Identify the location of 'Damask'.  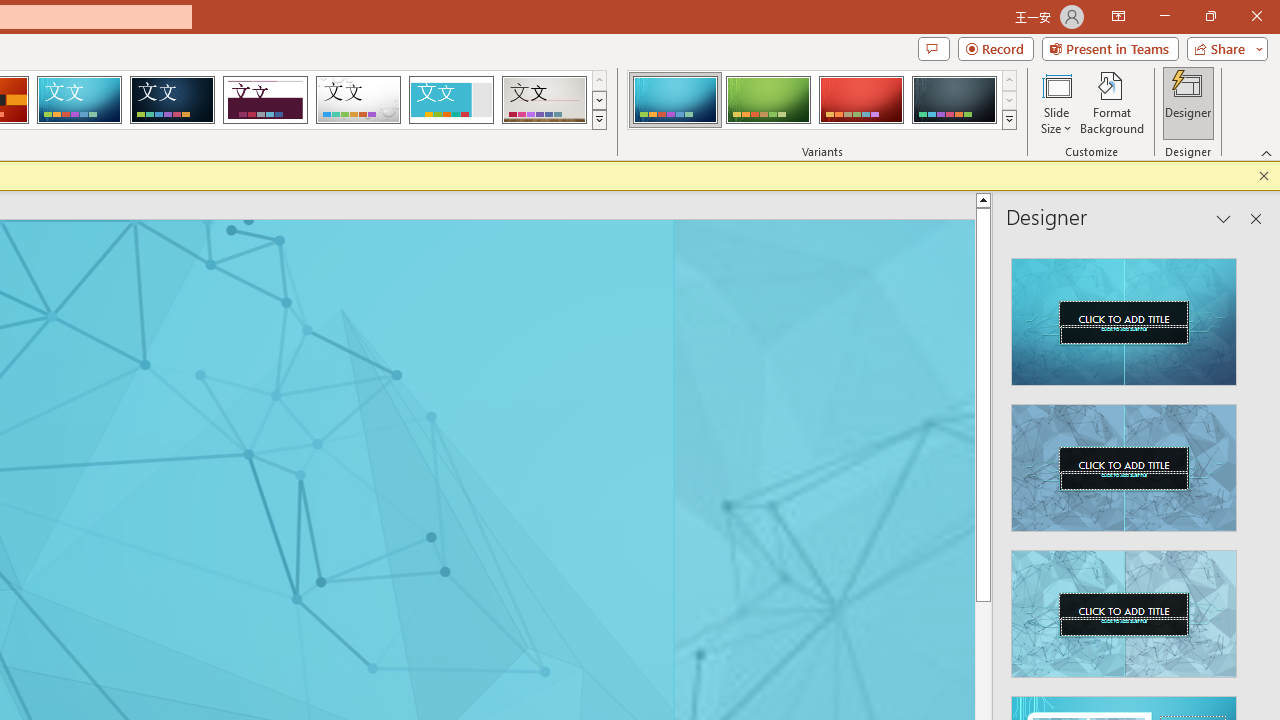
(172, 100).